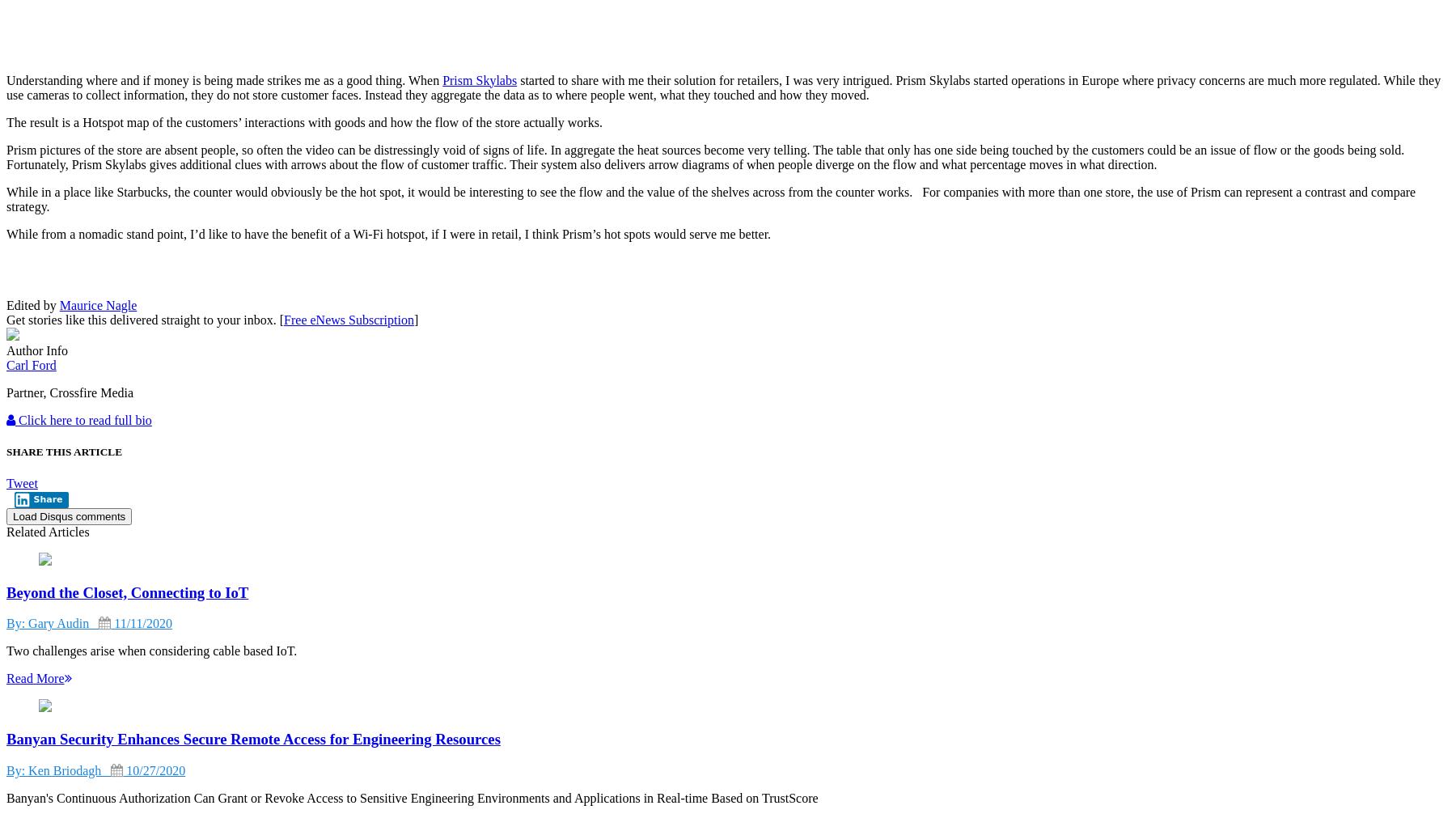  Describe the element at coordinates (57, 769) in the screenshot. I see `'By: Ken Briodagh'` at that location.